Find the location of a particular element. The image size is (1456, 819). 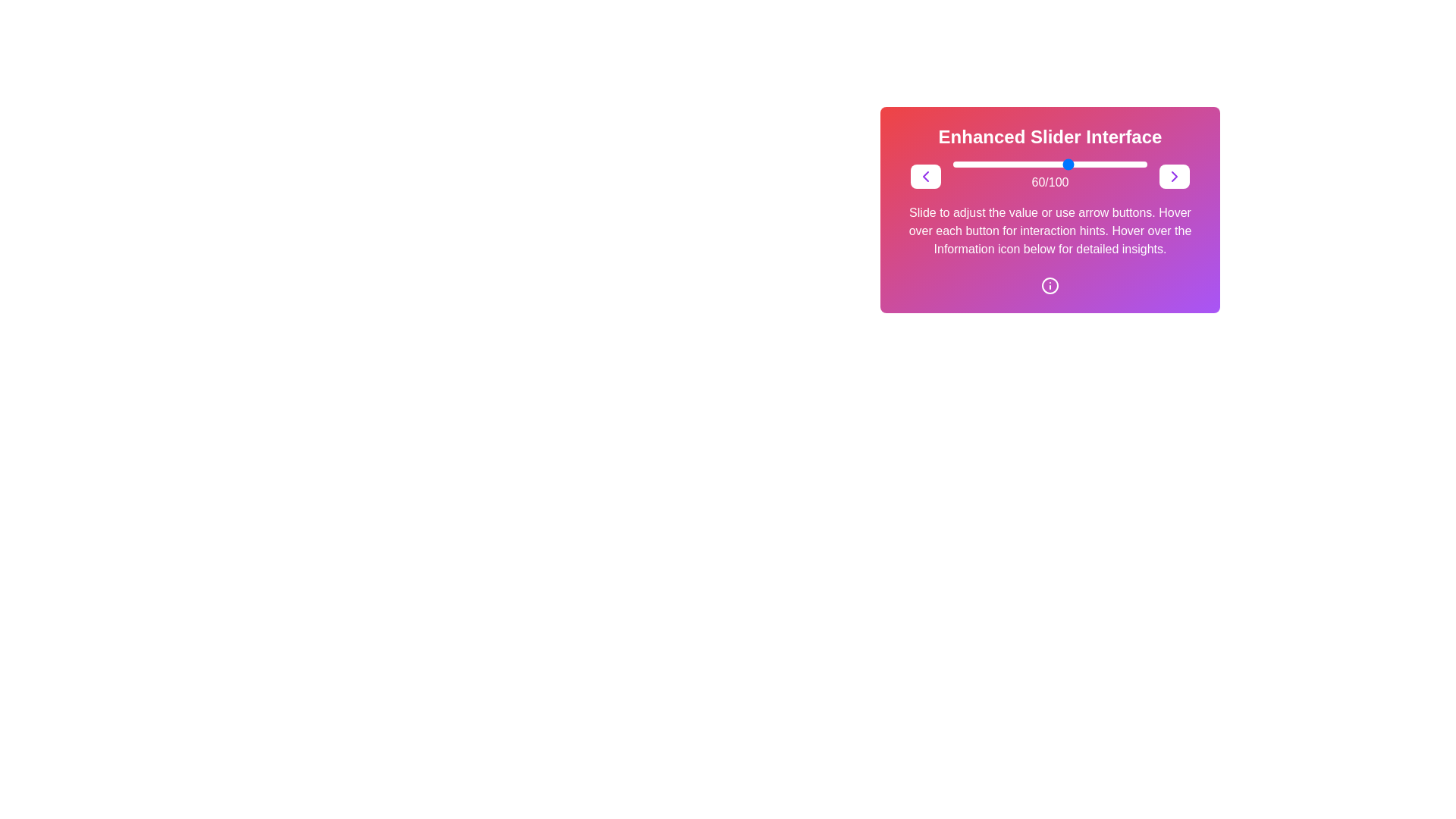

the slider is located at coordinates (1057, 164).